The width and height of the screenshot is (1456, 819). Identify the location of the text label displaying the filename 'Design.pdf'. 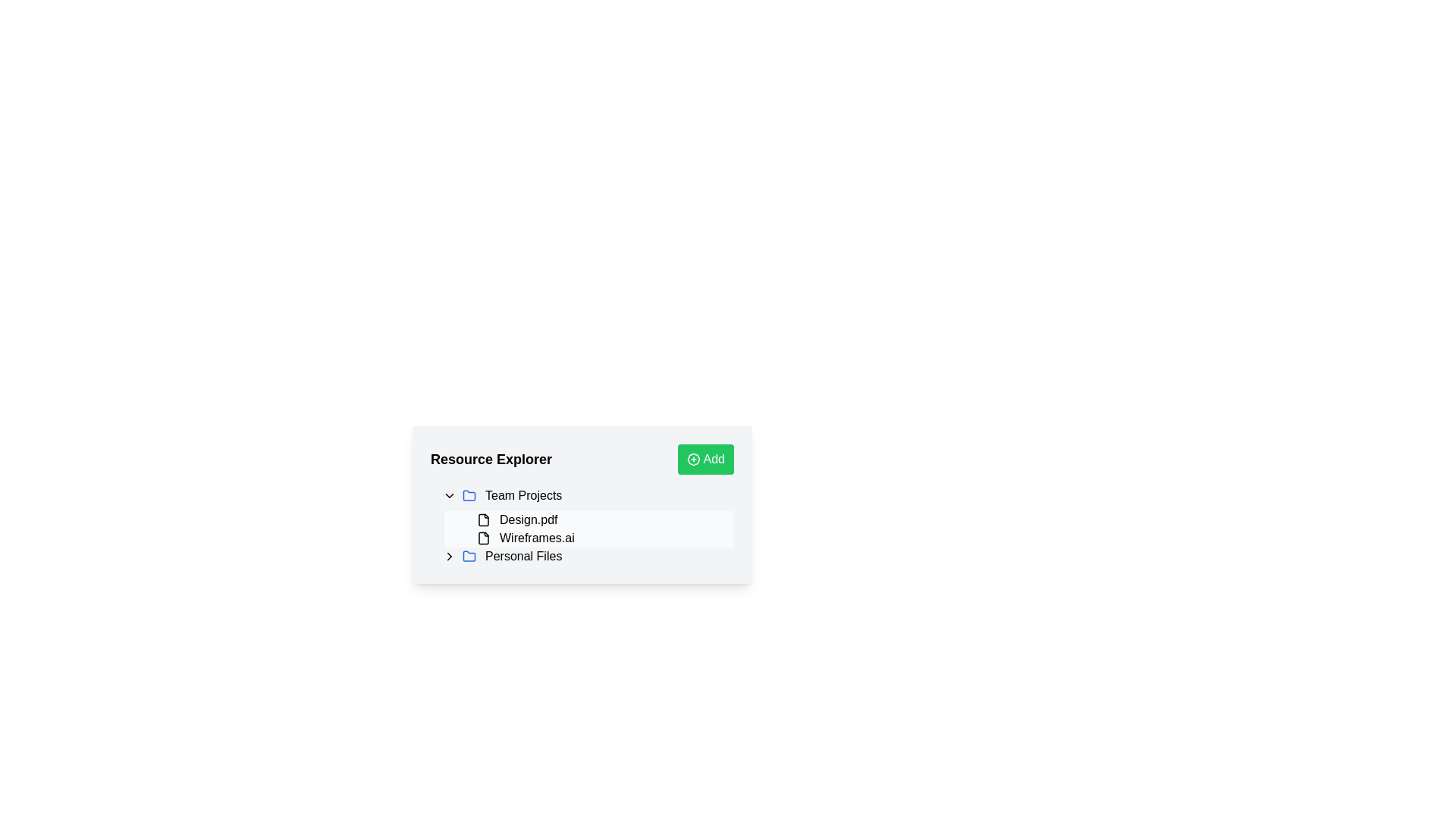
(529, 519).